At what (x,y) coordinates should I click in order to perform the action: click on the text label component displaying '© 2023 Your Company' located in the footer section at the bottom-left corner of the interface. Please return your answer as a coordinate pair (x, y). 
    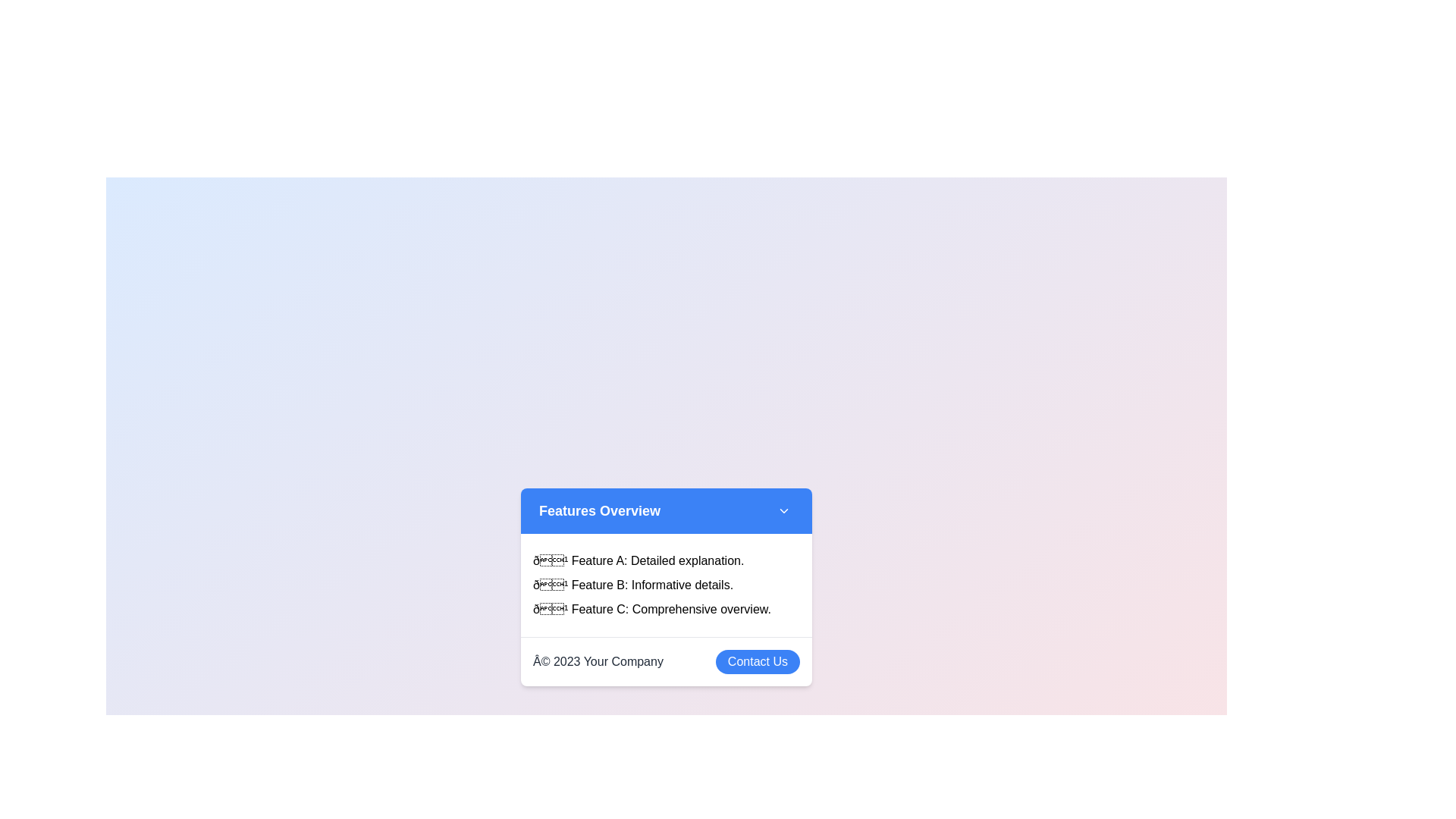
    Looking at the image, I should click on (597, 661).